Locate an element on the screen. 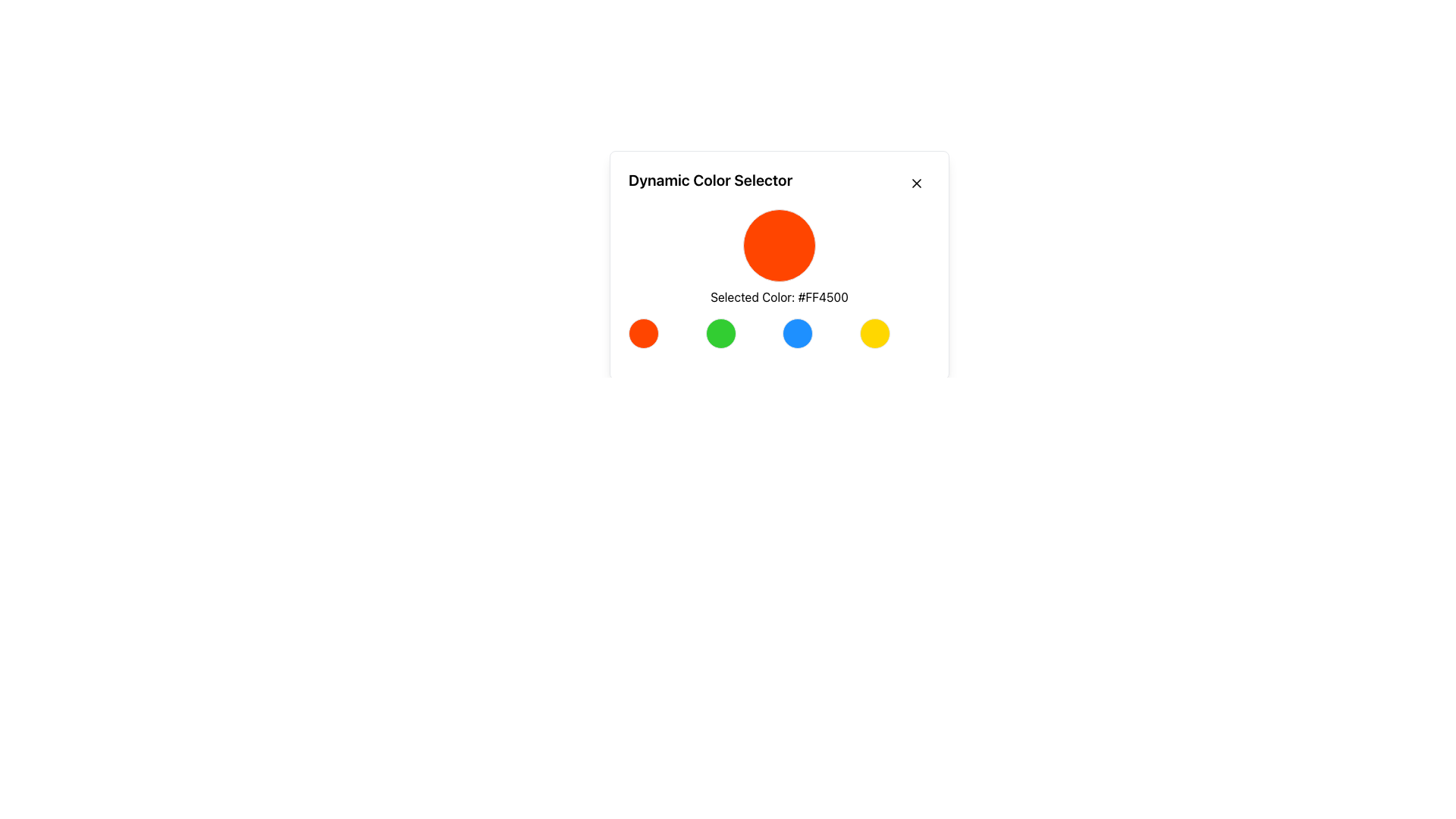 The image size is (1456, 819). the circular golden yellow button, which is the fourth button in the grid layout of the color selection interface is located at coordinates (874, 332).